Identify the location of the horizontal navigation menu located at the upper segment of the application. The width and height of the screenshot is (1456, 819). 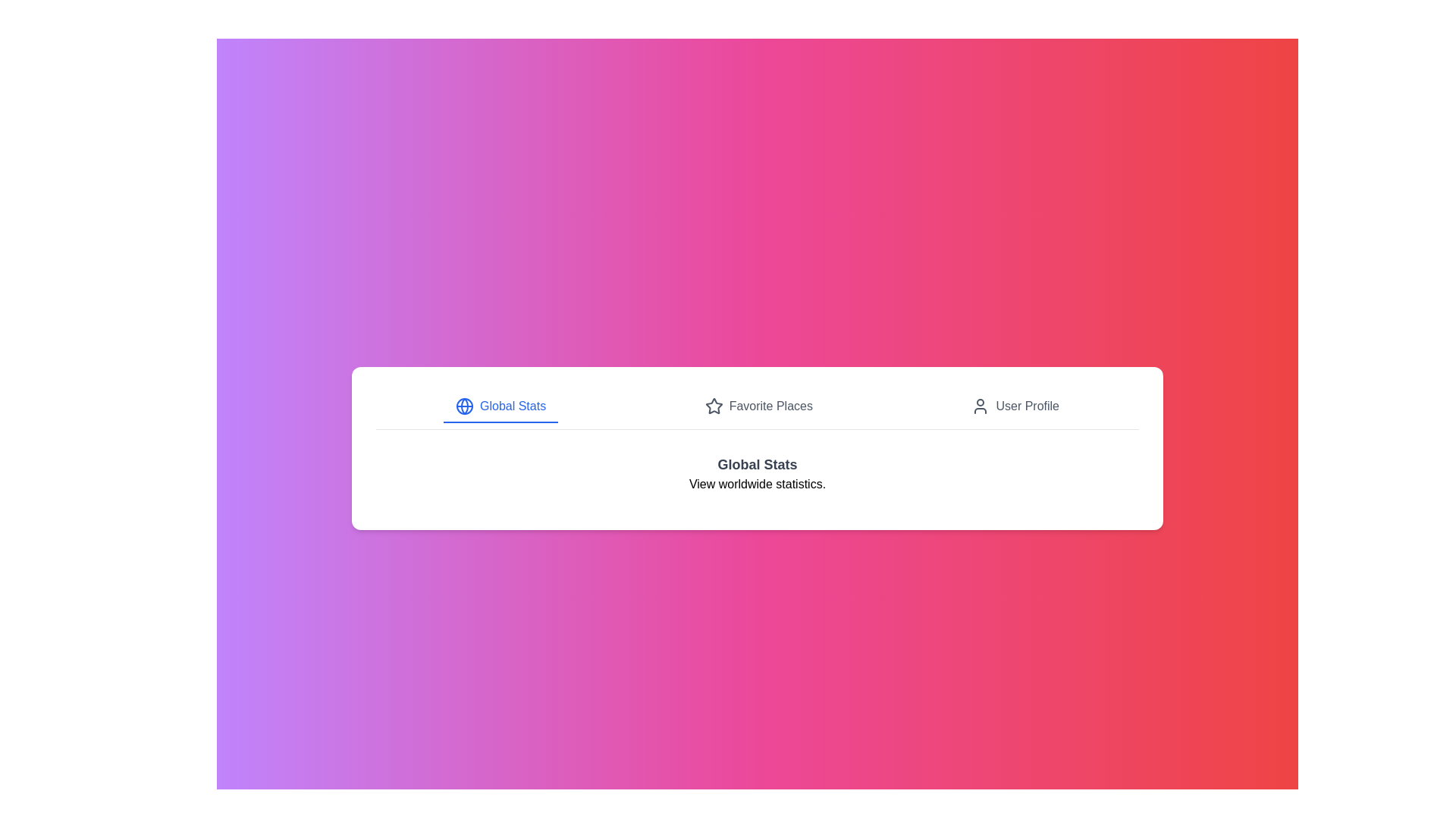
(757, 409).